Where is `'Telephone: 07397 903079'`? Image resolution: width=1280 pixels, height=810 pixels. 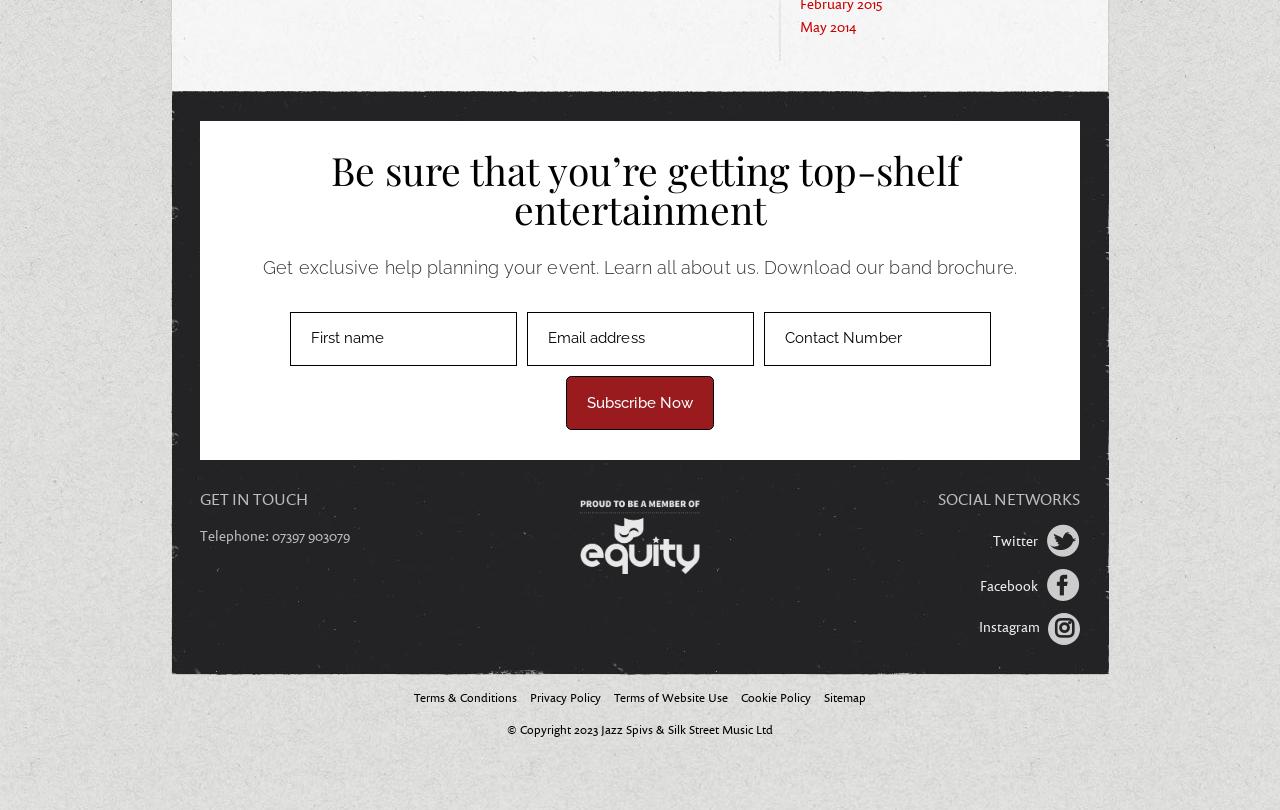 'Telephone: 07397 903079' is located at coordinates (273, 535).